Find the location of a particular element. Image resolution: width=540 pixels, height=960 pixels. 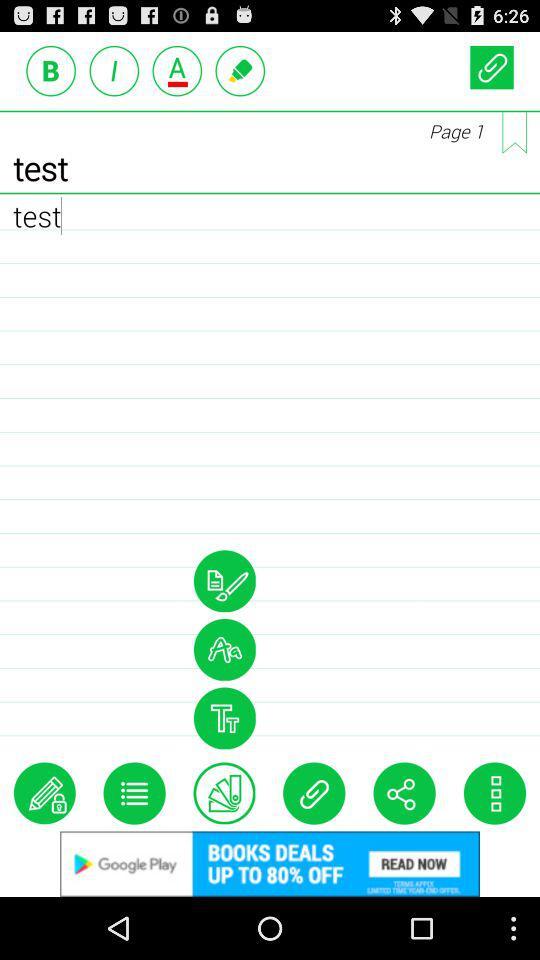

the write text option is located at coordinates (44, 793).